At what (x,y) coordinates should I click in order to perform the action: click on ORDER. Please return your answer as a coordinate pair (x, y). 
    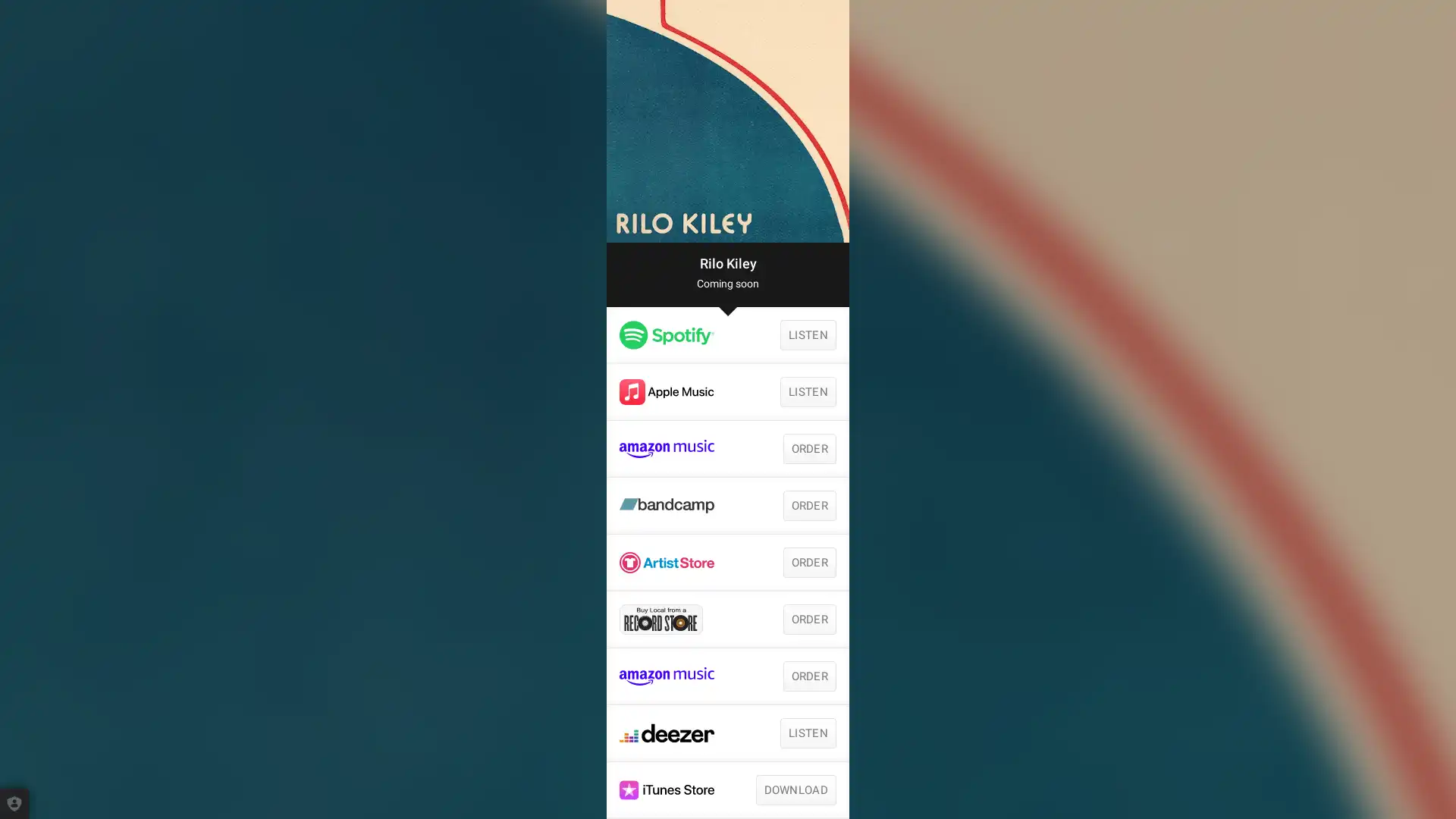
    Looking at the image, I should click on (808, 506).